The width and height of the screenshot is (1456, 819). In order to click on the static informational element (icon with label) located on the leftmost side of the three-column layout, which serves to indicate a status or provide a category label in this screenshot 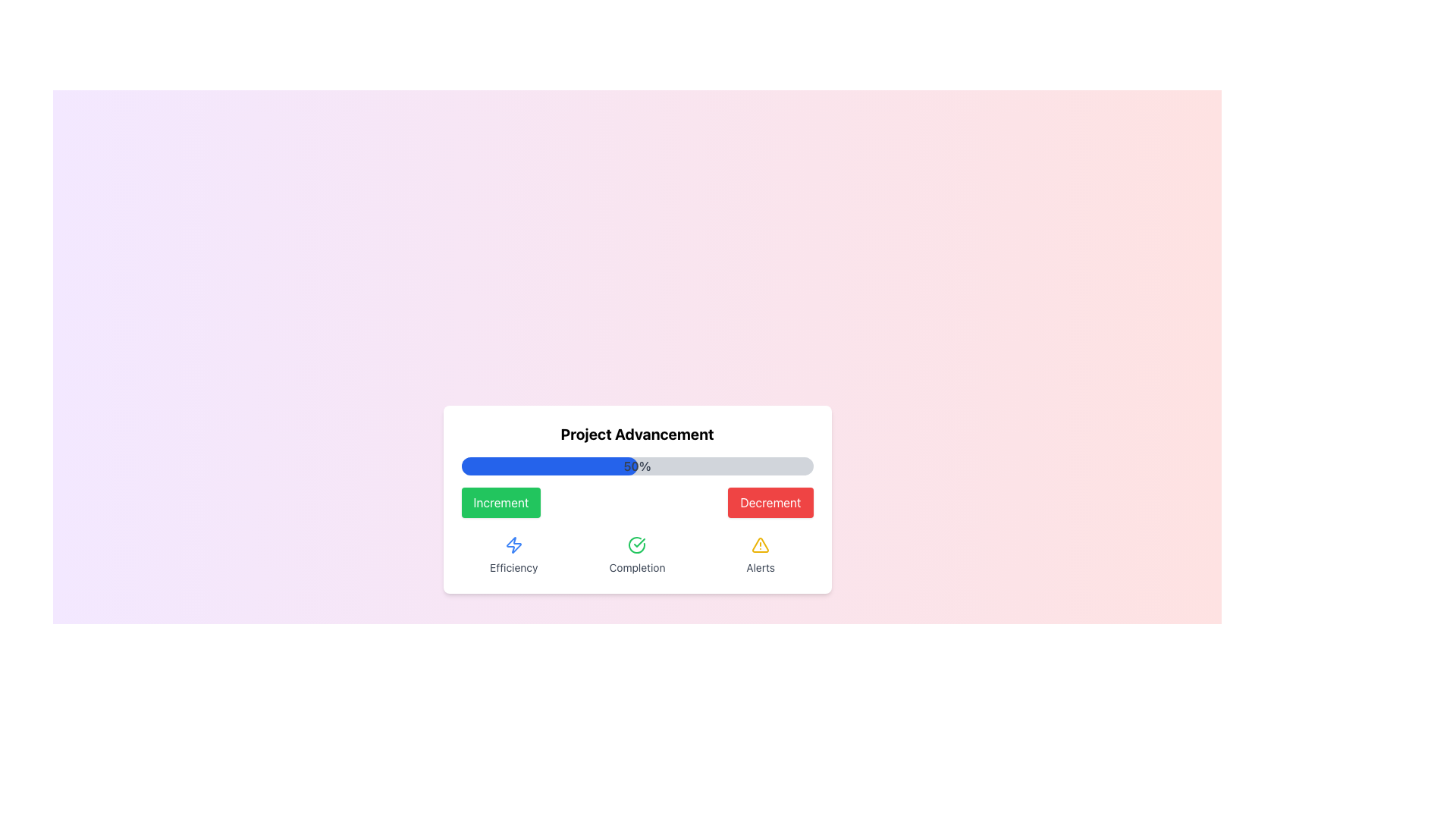, I will do `click(513, 555)`.